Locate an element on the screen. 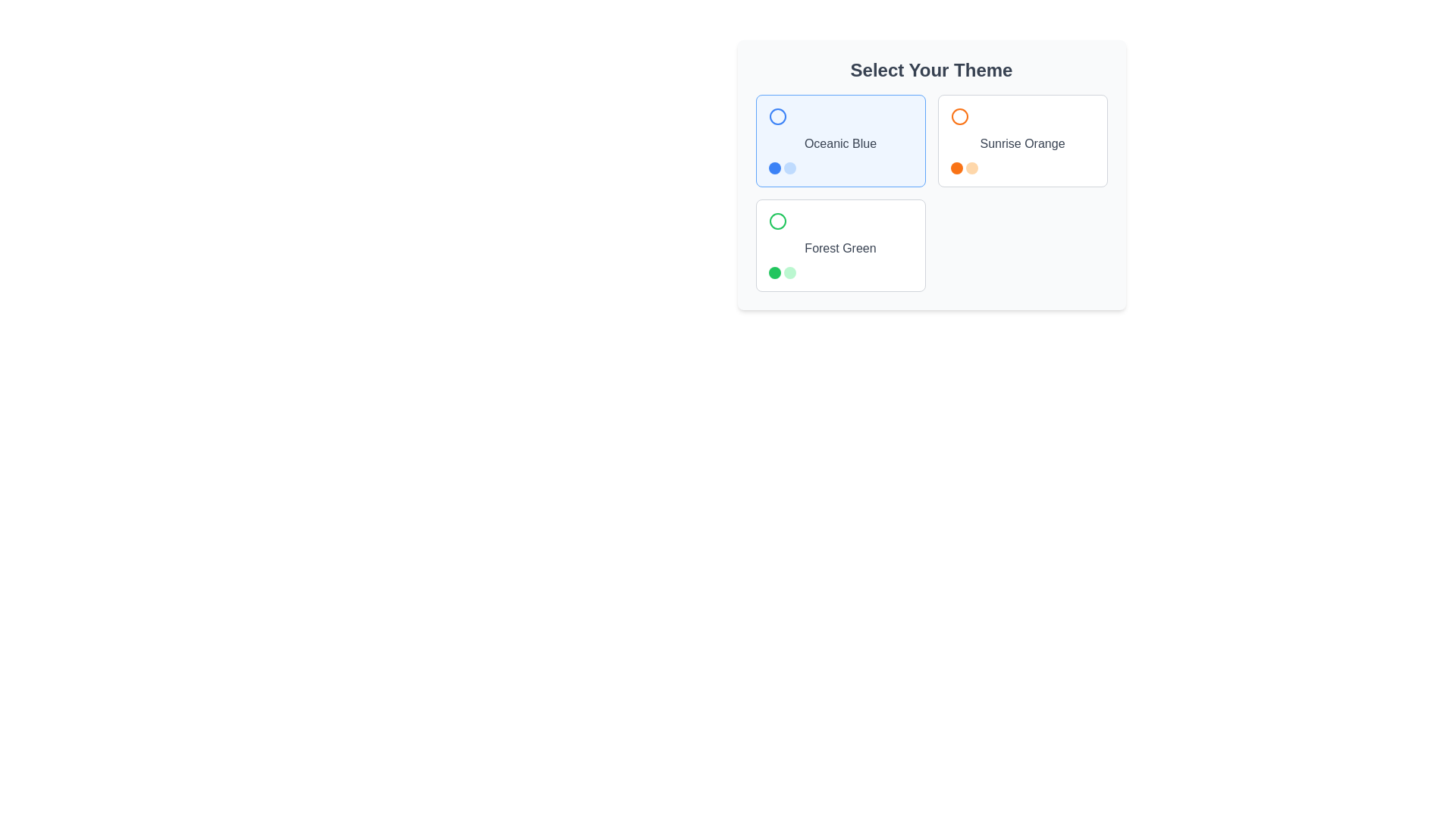 The image size is (1456, 819). the icon indicating the 'Forest Green' selection card, located at the top-left corner above the text 'Forest Green' is located at coordinates (777, 221).